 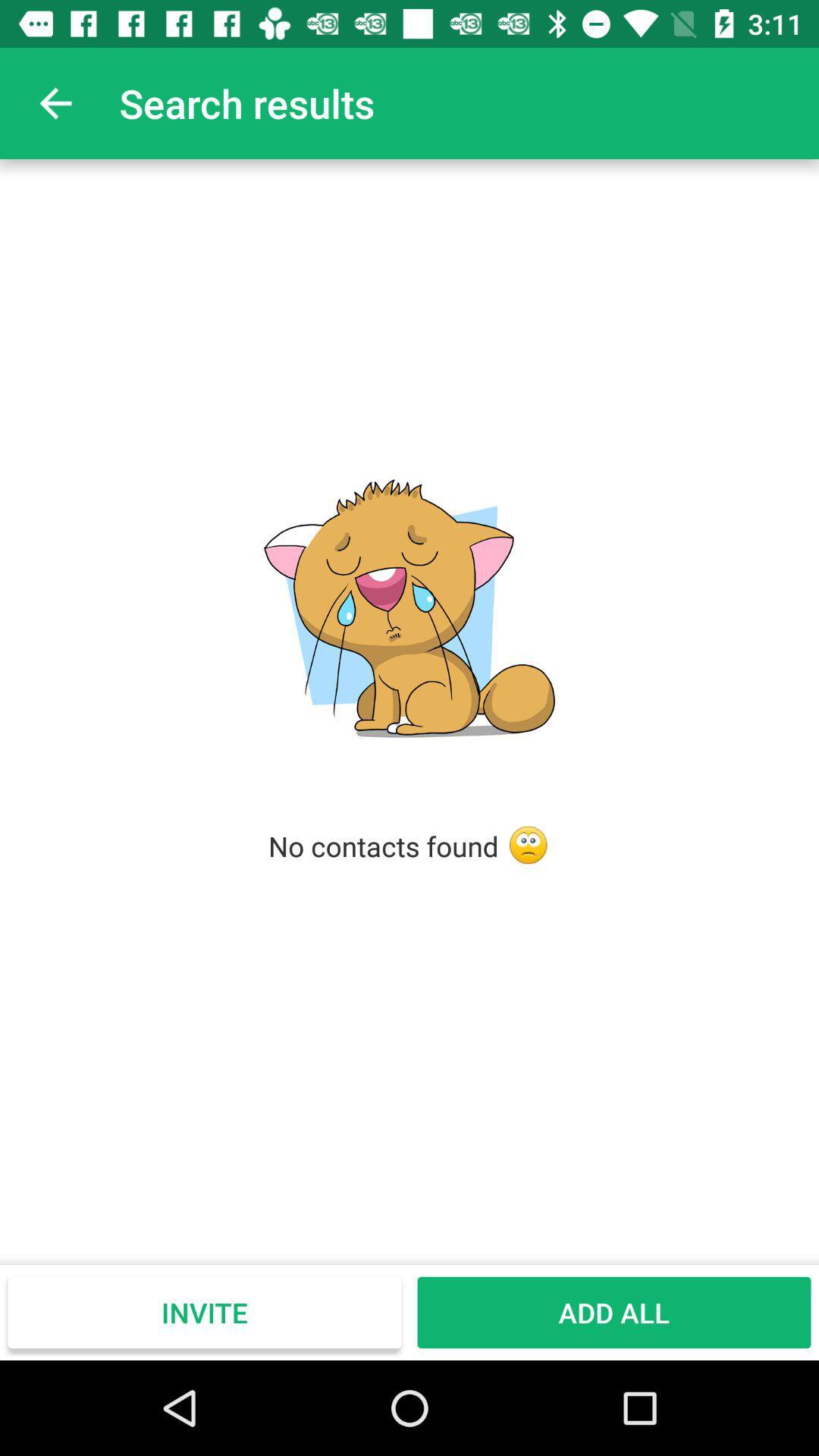 I want to click on the invite item, so click(x=205, y=1312).